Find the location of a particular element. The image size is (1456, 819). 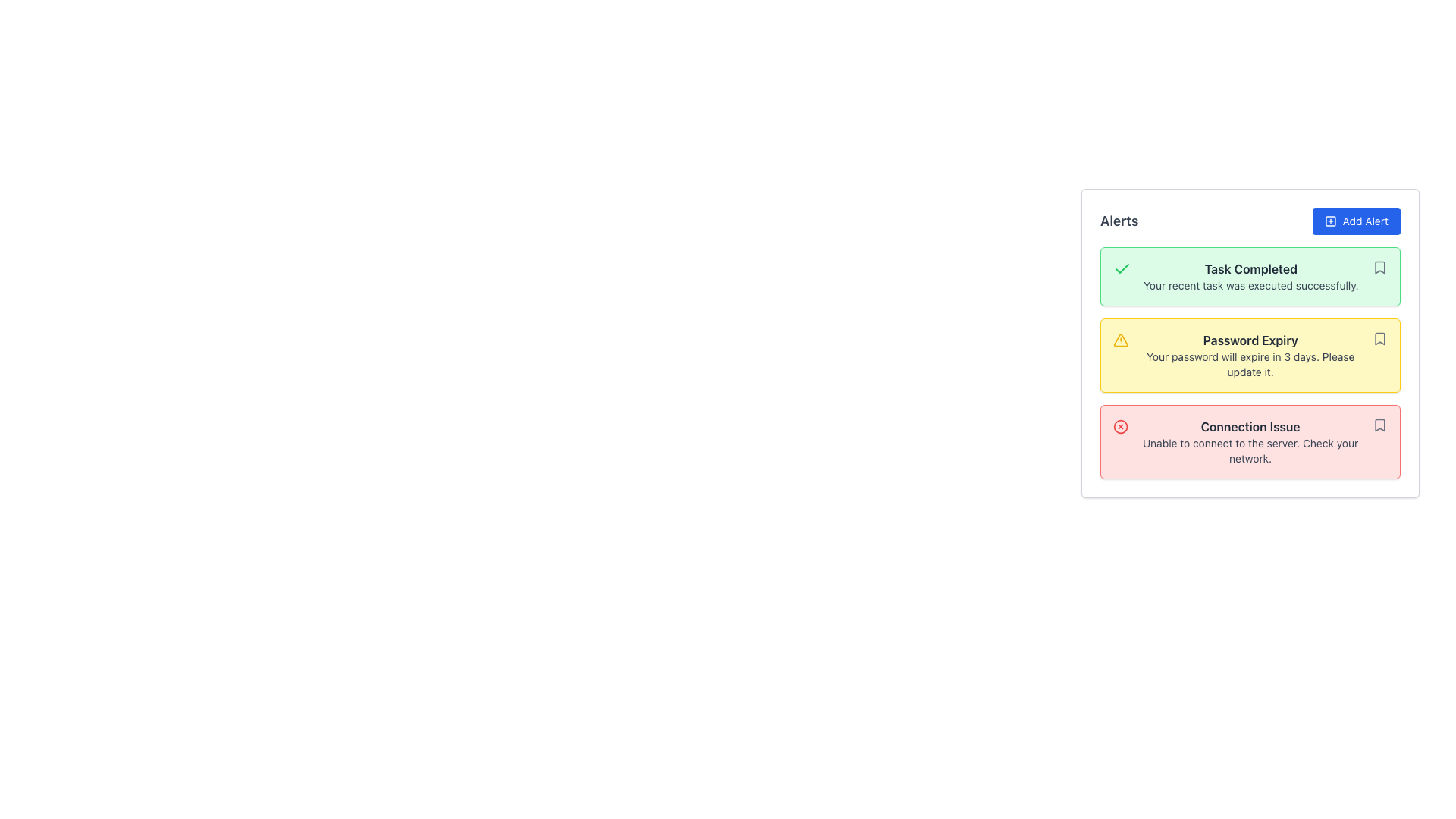

bold text label 'Password Expiry' which is styled with a medium font size and is located within a warning alert box against a light yellow background is located at coordinates (1250, 339).